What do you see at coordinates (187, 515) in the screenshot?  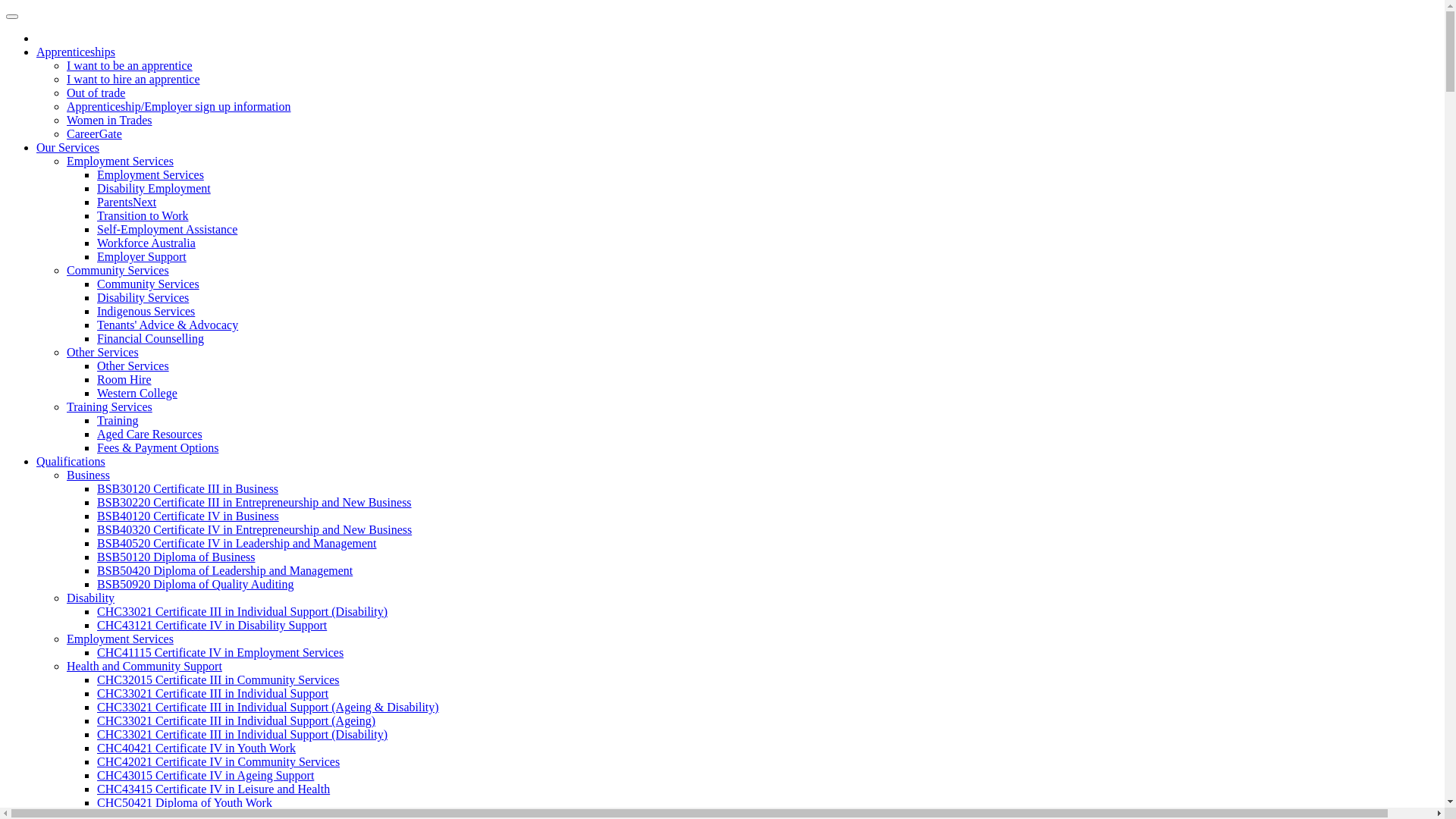 I see `'BSB40120 Certificate IV in Business'` at bounding box center [187, 515].